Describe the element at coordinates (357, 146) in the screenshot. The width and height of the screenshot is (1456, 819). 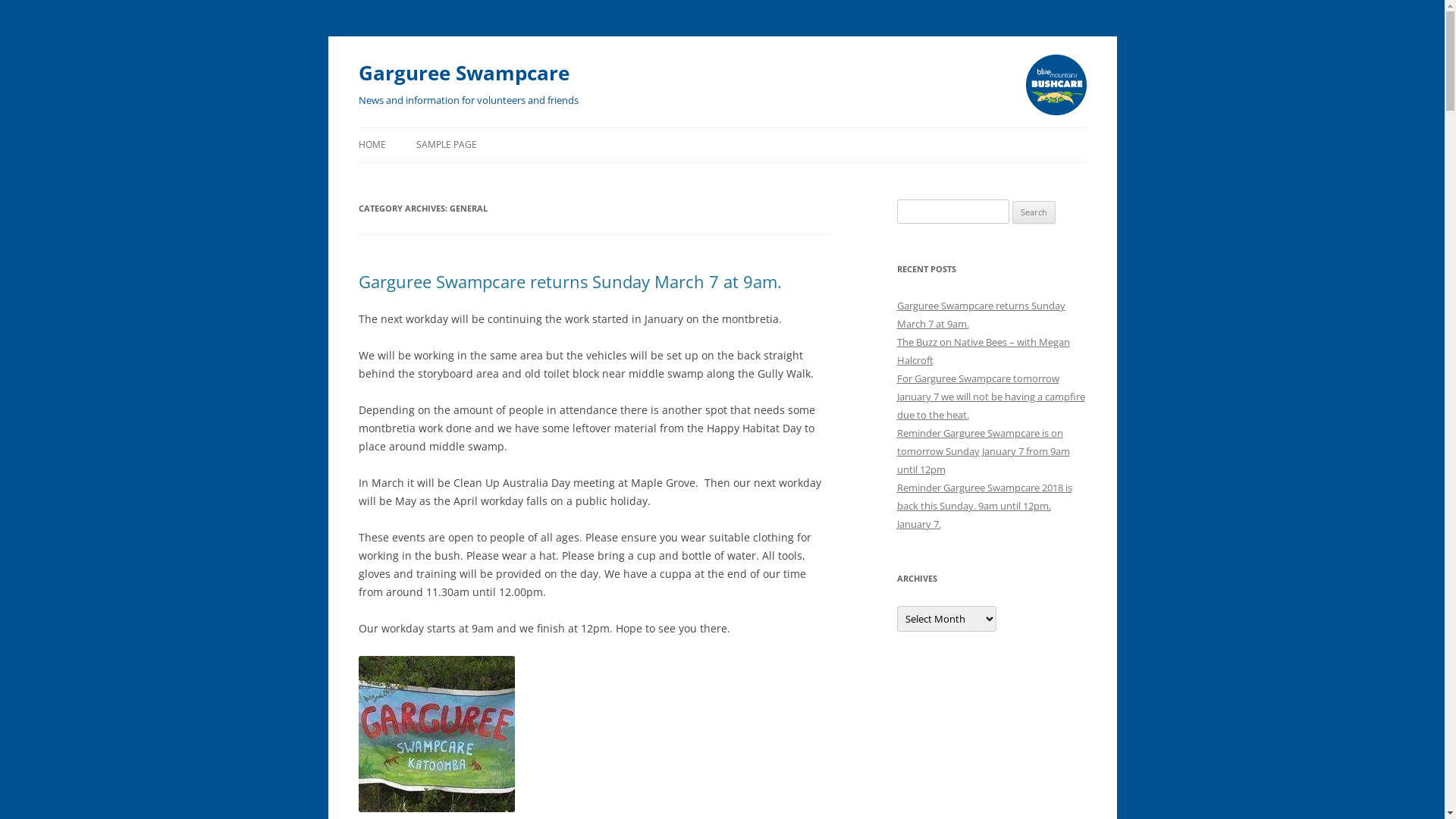
I see `'Skip to content'` at that location.